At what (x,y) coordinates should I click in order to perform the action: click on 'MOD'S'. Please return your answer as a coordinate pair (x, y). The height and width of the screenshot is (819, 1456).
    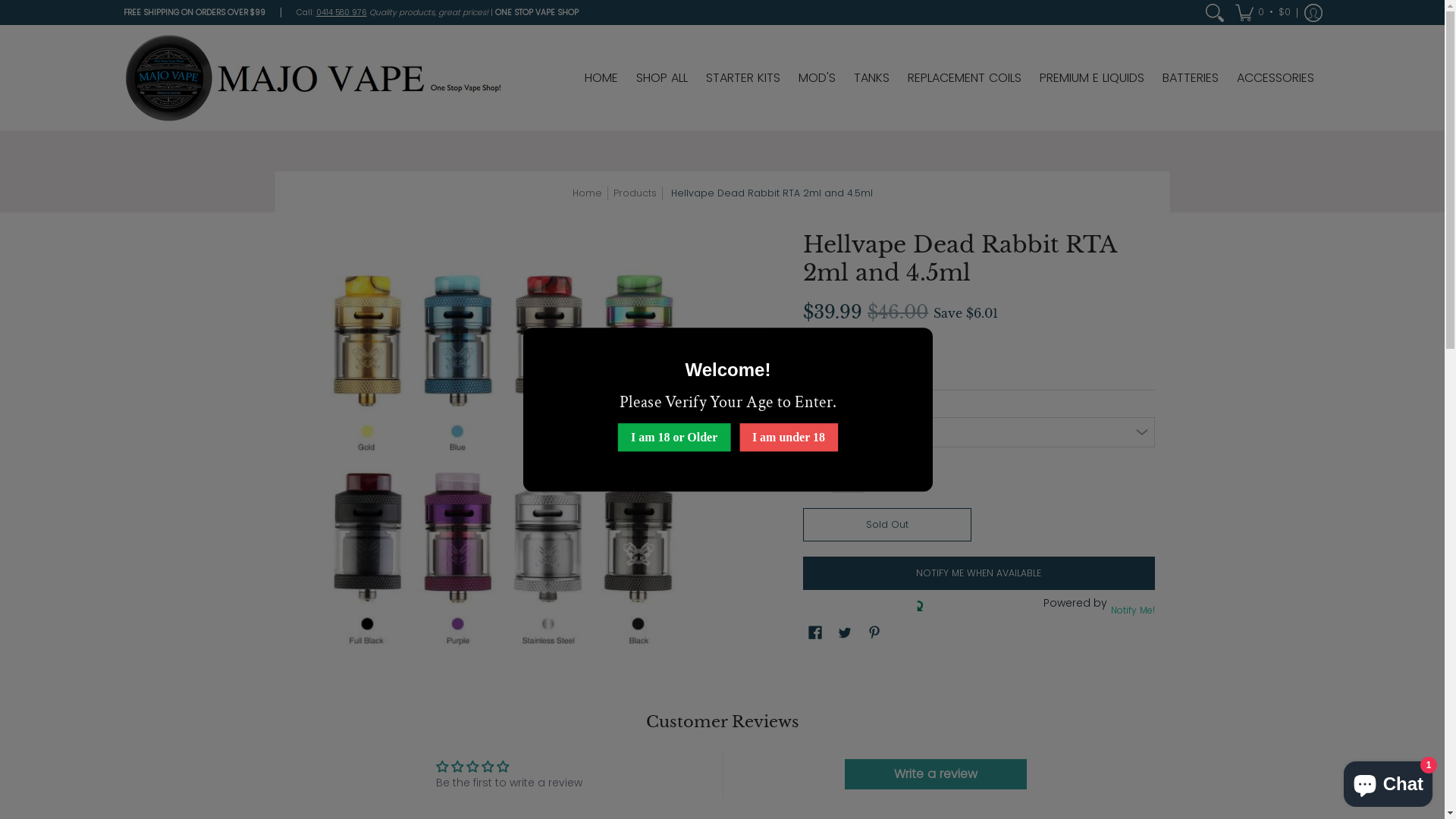
    Looking at the image, I should click on (815, 77).